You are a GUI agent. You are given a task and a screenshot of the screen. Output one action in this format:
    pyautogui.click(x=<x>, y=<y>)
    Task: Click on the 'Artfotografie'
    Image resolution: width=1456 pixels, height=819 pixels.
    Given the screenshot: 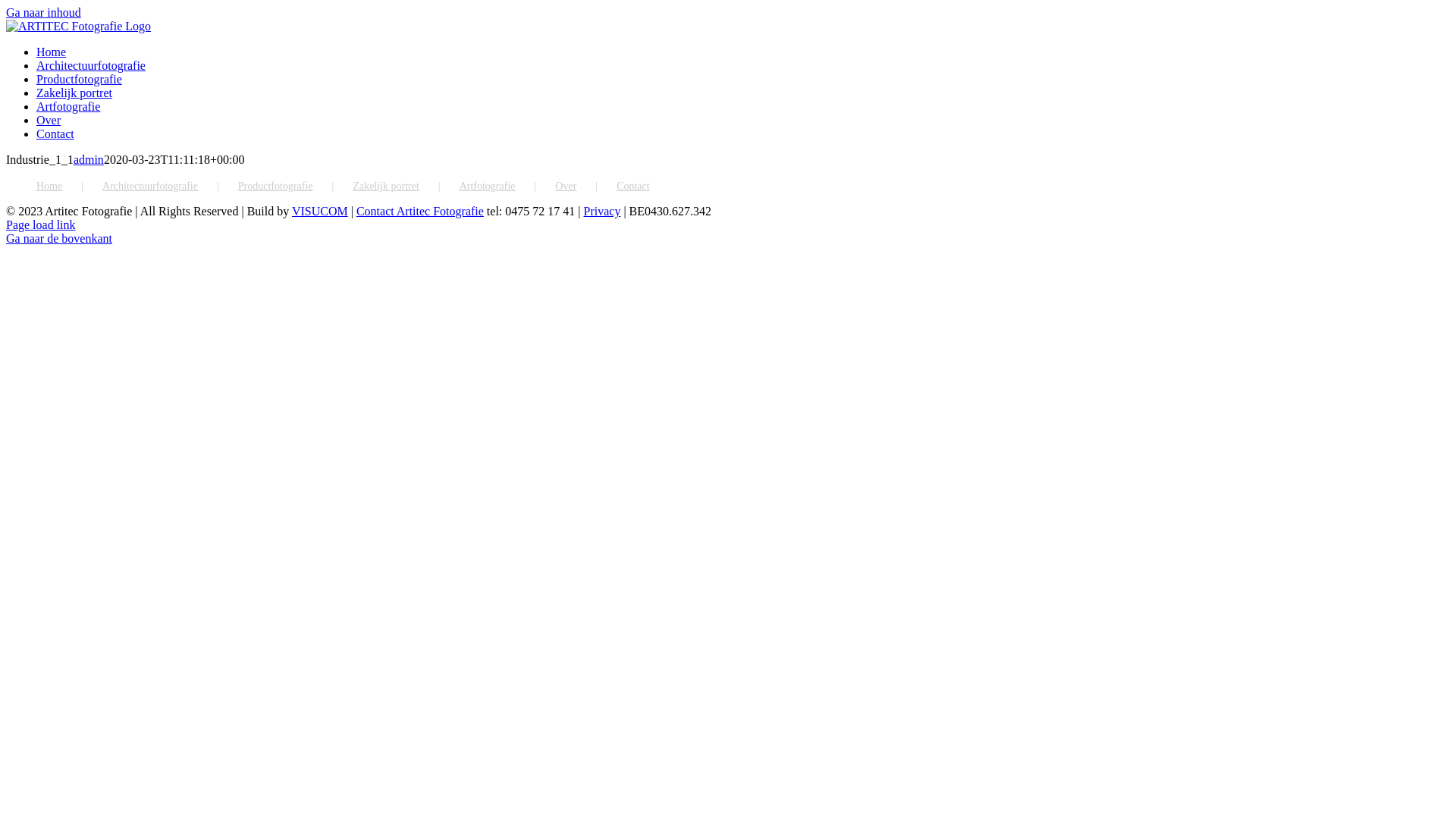 What is the action you would take?
    pyautogui.click(x=67, y=105)
    